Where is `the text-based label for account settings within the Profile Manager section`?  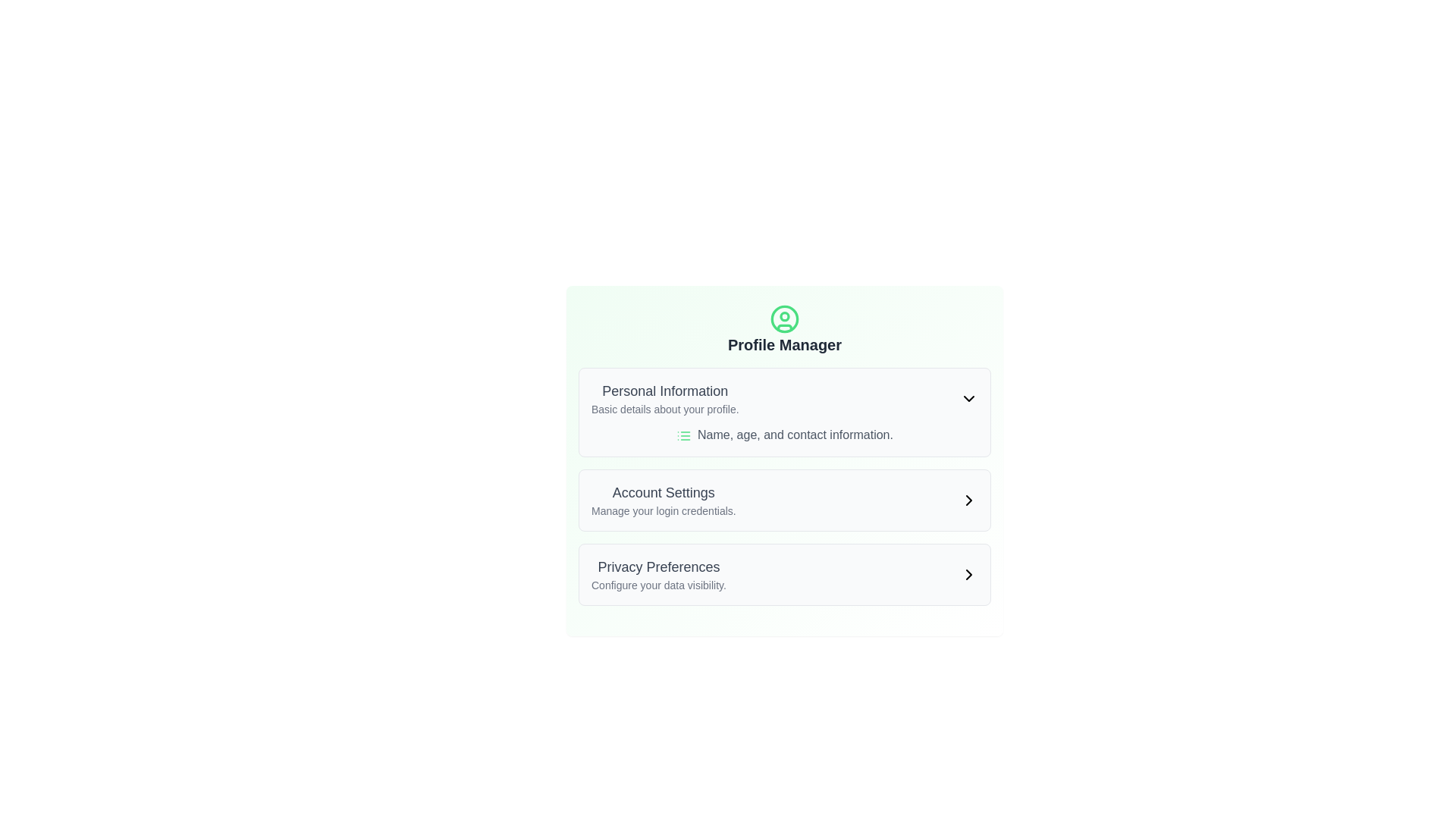 the text-based label for account settings within the Profile Manager section is located at coordinates (664, 500).